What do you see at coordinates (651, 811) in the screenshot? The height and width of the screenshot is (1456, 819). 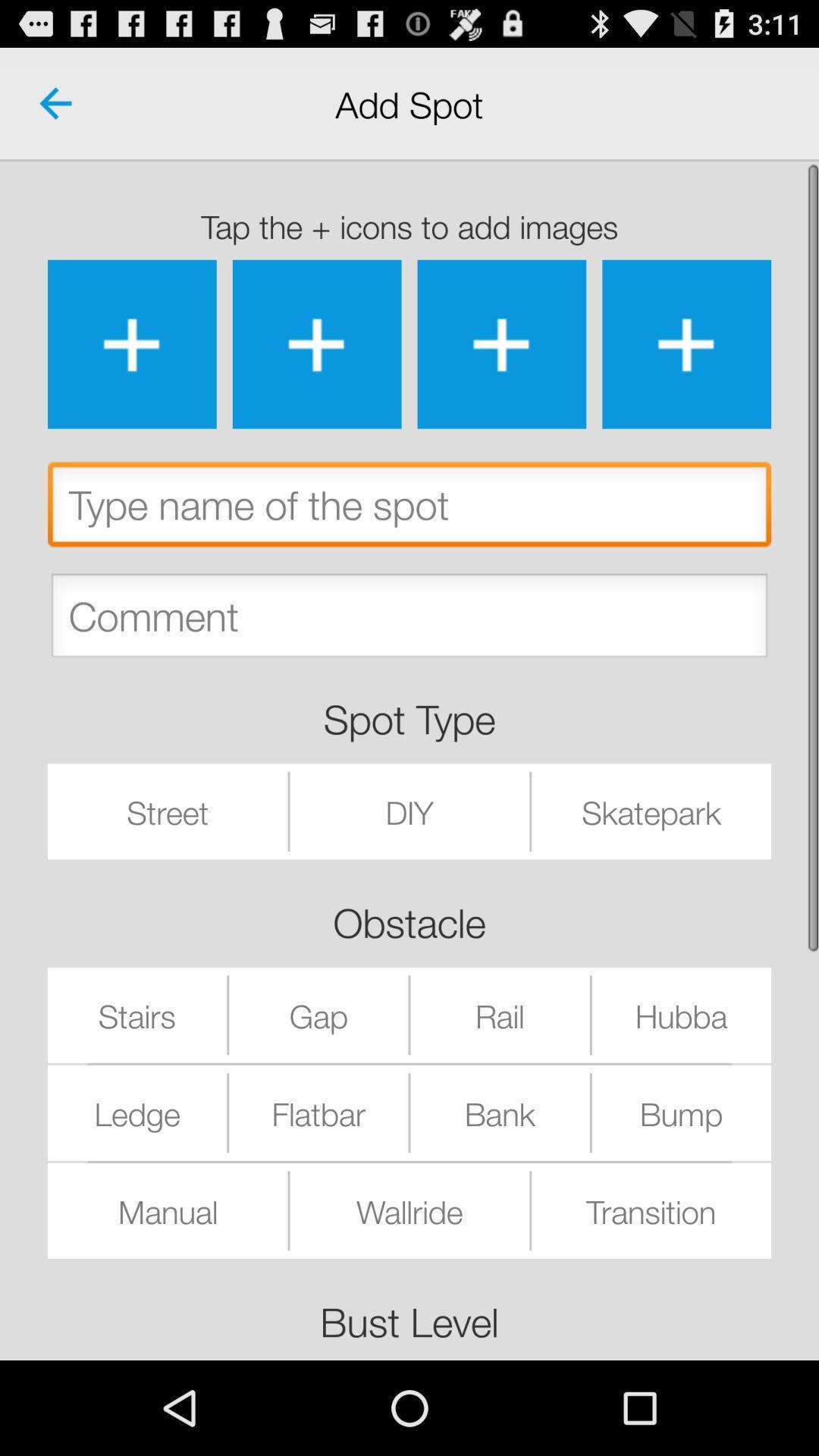 I see `icon above the rail` at bounding box center [651, 811].